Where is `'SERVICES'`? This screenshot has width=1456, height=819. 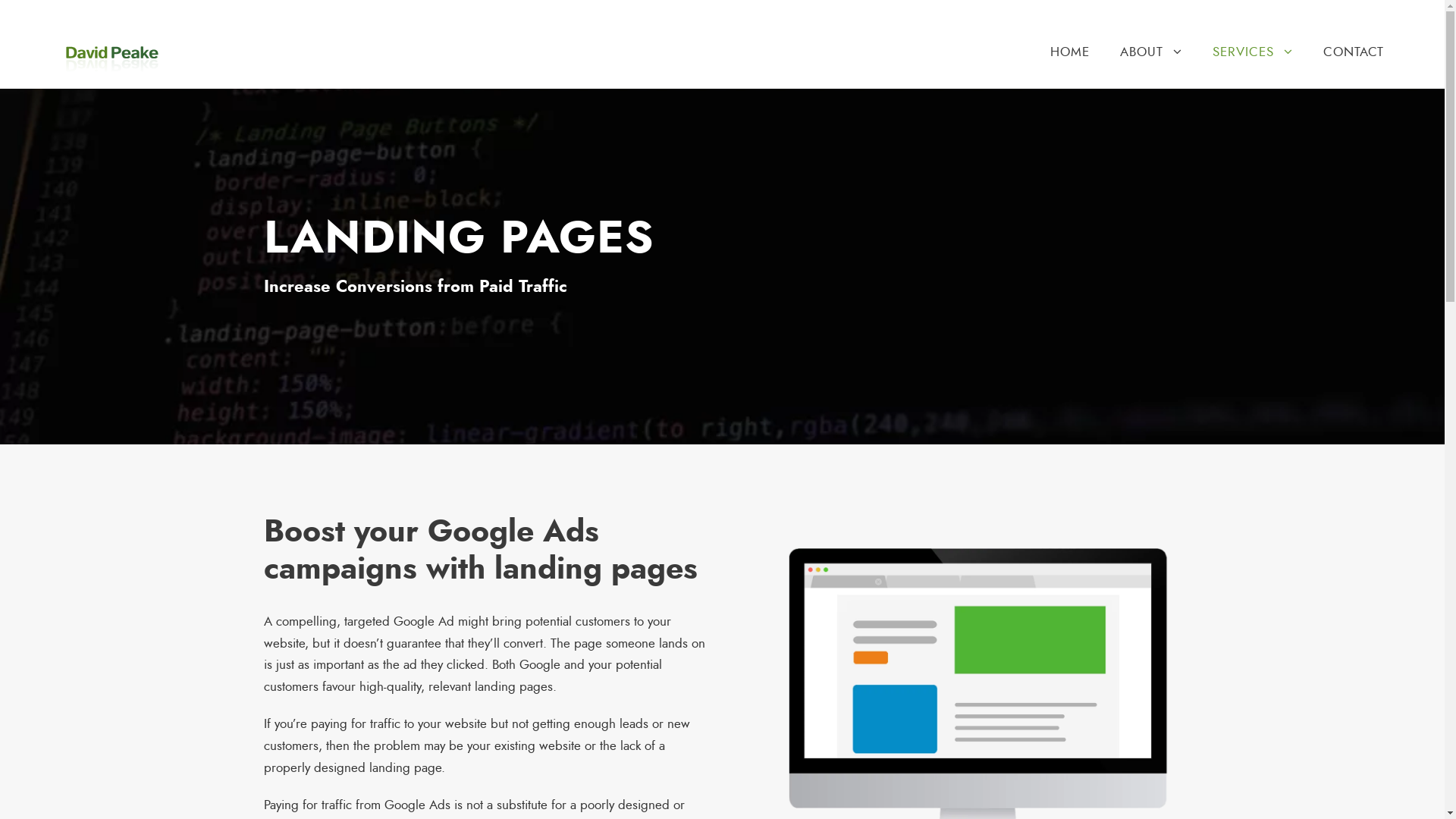
'SERVICES' is located at coordinates (1211, 64).